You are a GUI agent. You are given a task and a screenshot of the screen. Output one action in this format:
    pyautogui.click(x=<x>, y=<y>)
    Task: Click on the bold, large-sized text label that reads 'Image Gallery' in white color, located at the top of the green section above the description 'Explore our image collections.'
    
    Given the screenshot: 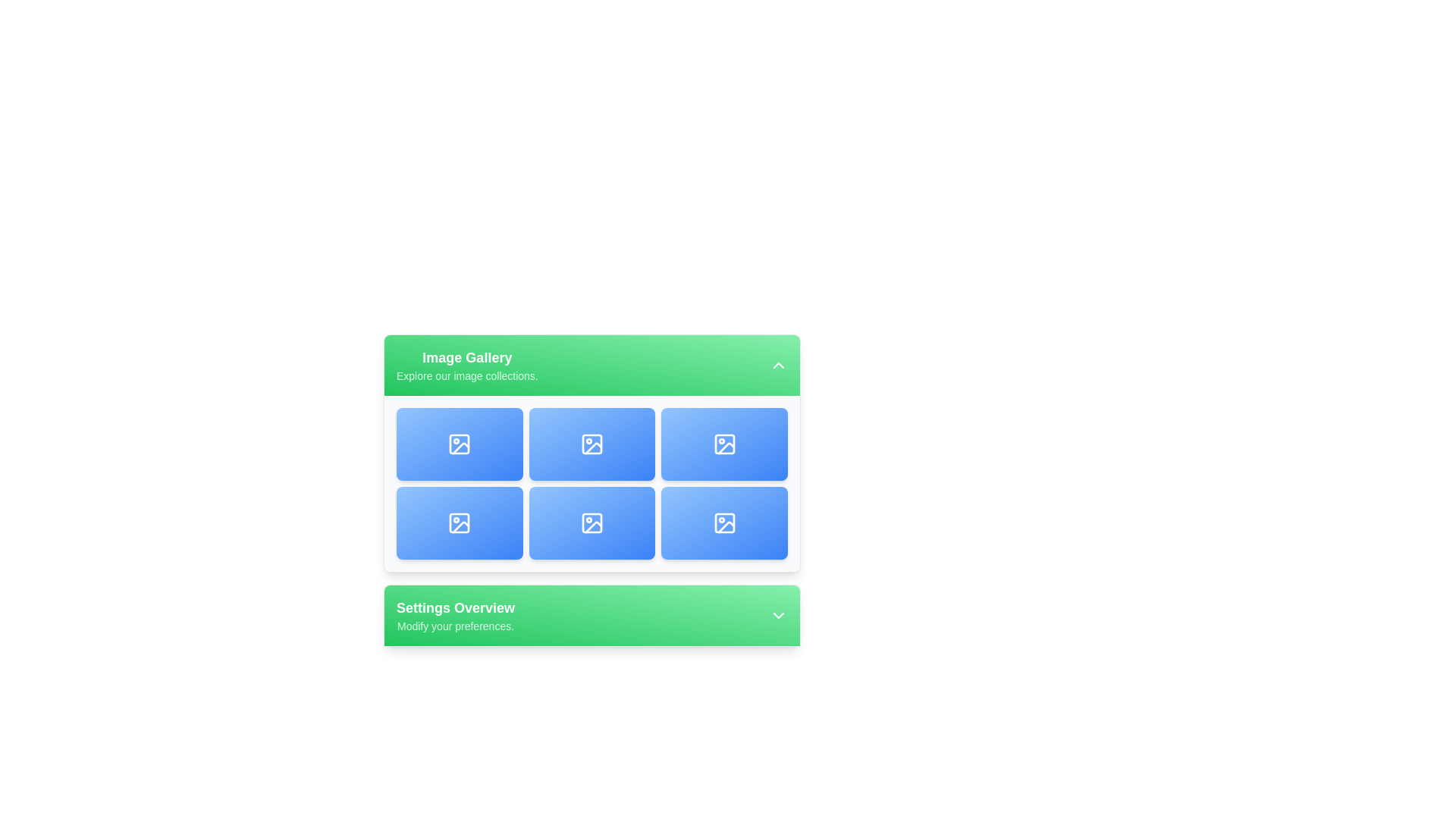 What is the action you would take?
    pyautogui.click(x=466, y=357)
    